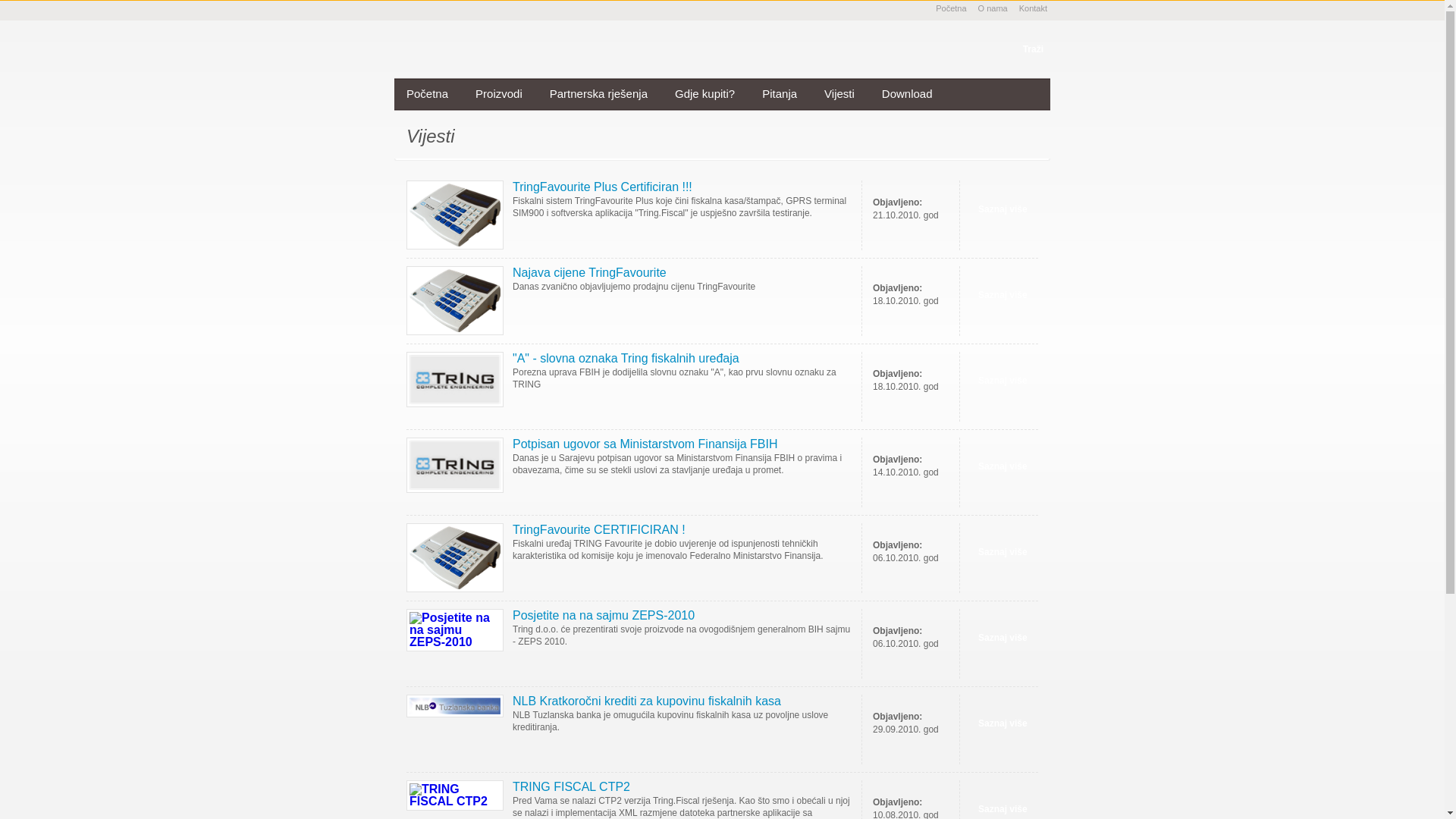 This screenshot has width=1456, height=819. I want to click on 'Proizvodi', so click(498, 94).